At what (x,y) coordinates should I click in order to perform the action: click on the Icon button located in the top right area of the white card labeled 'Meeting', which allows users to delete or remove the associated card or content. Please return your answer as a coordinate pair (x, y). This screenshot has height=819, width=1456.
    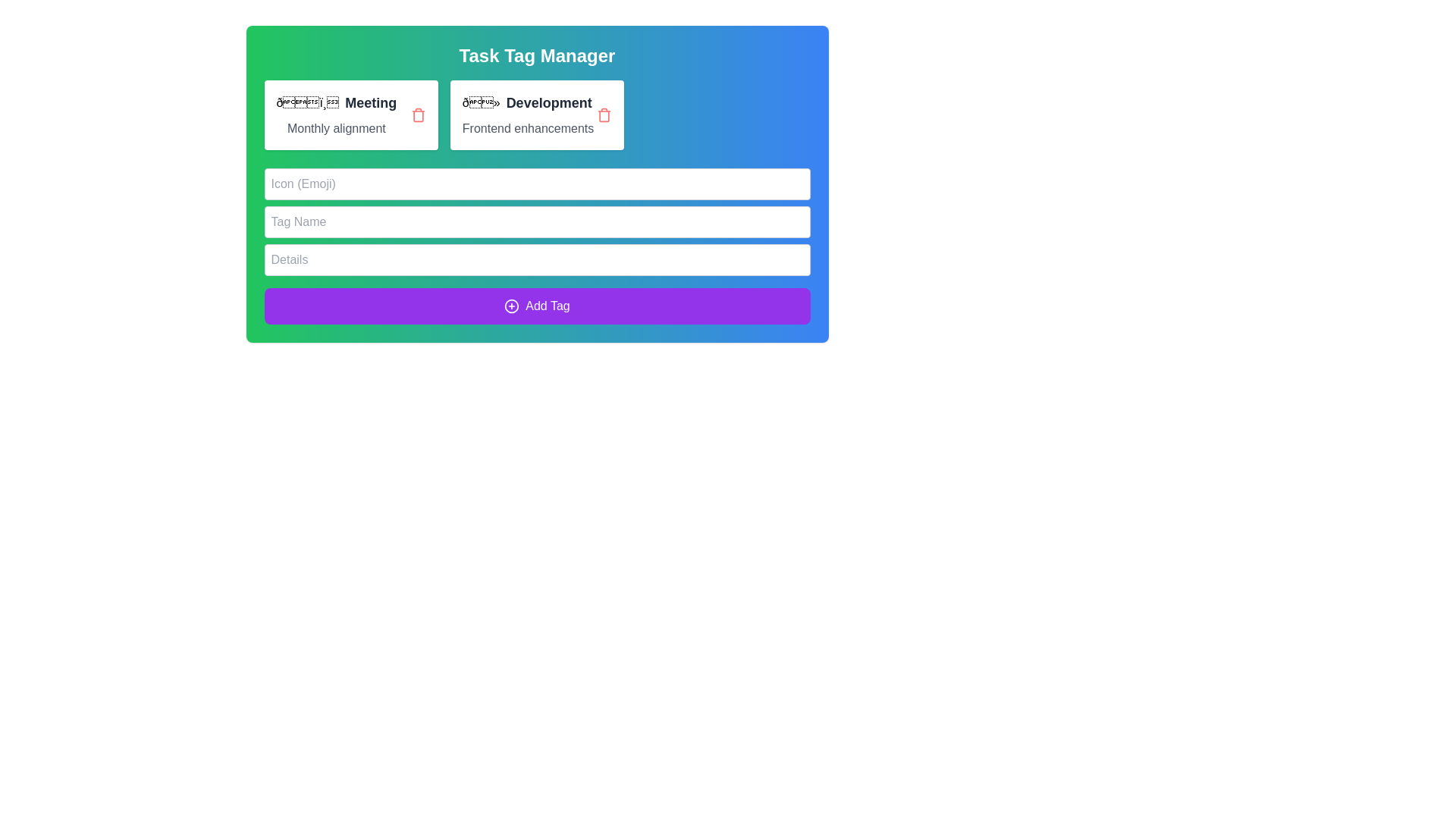
    Looking at the image, I should click on (418, 114).